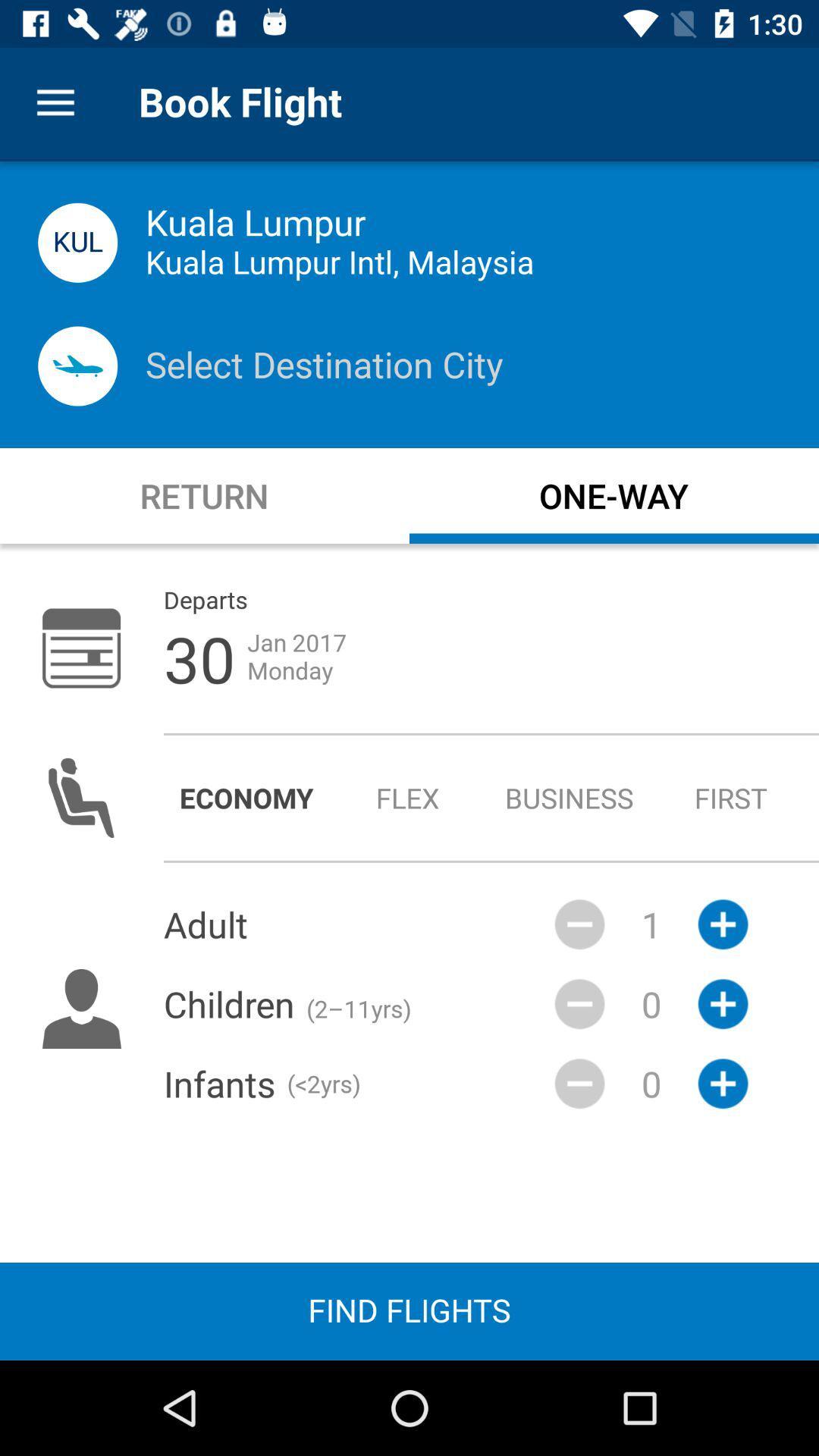  What do you see at coordinates (722, 1004) in the screenshot?
I see `the add icon` at bounding box center [722, 1004].